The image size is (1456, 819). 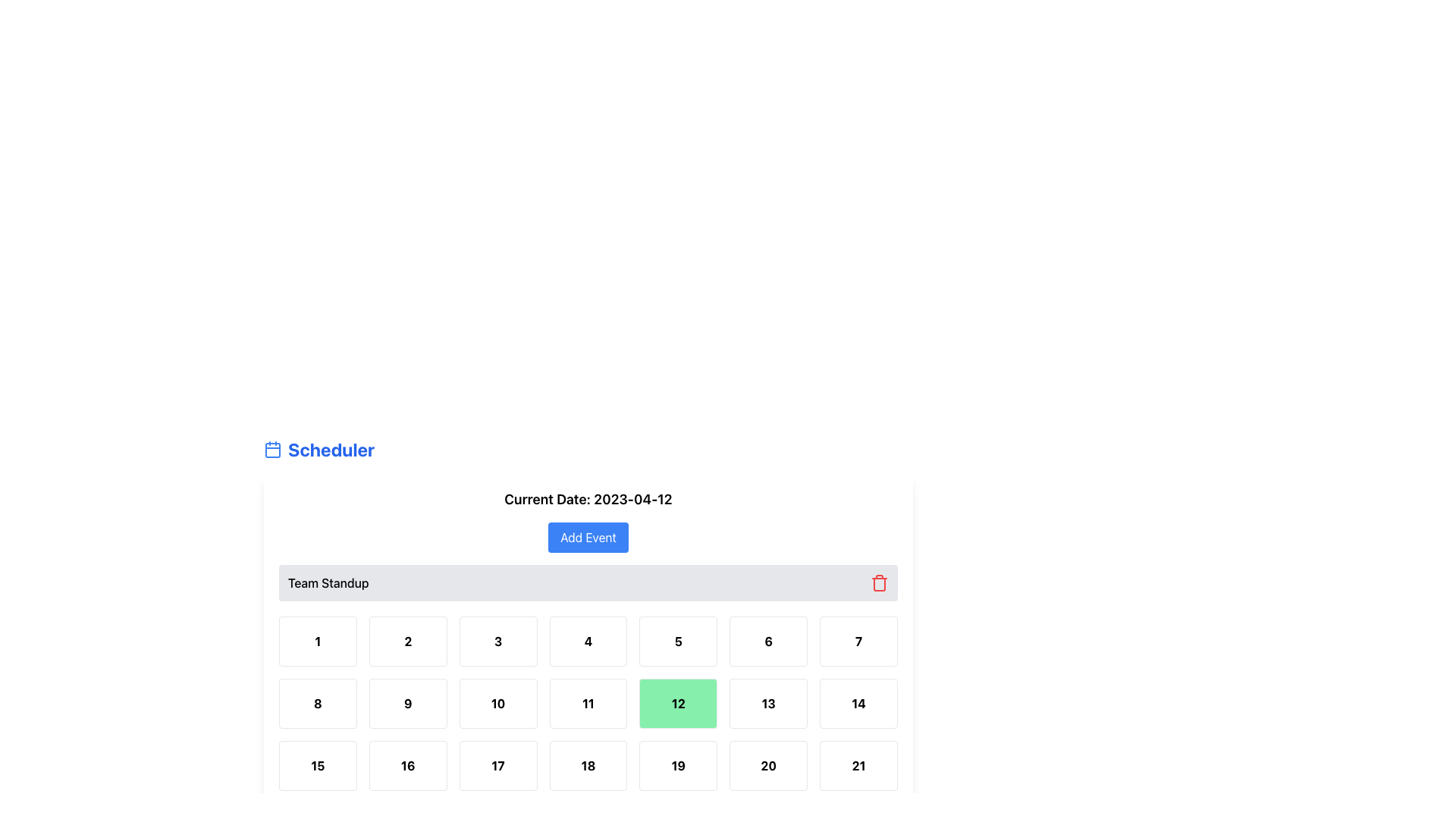 What do you see at coordinates (880, 582) in the screenshot?
I see `the red trash can icon button located in the rightmost area of the 'Team Standup' horizontal bar` at bounding box center [880, 582].